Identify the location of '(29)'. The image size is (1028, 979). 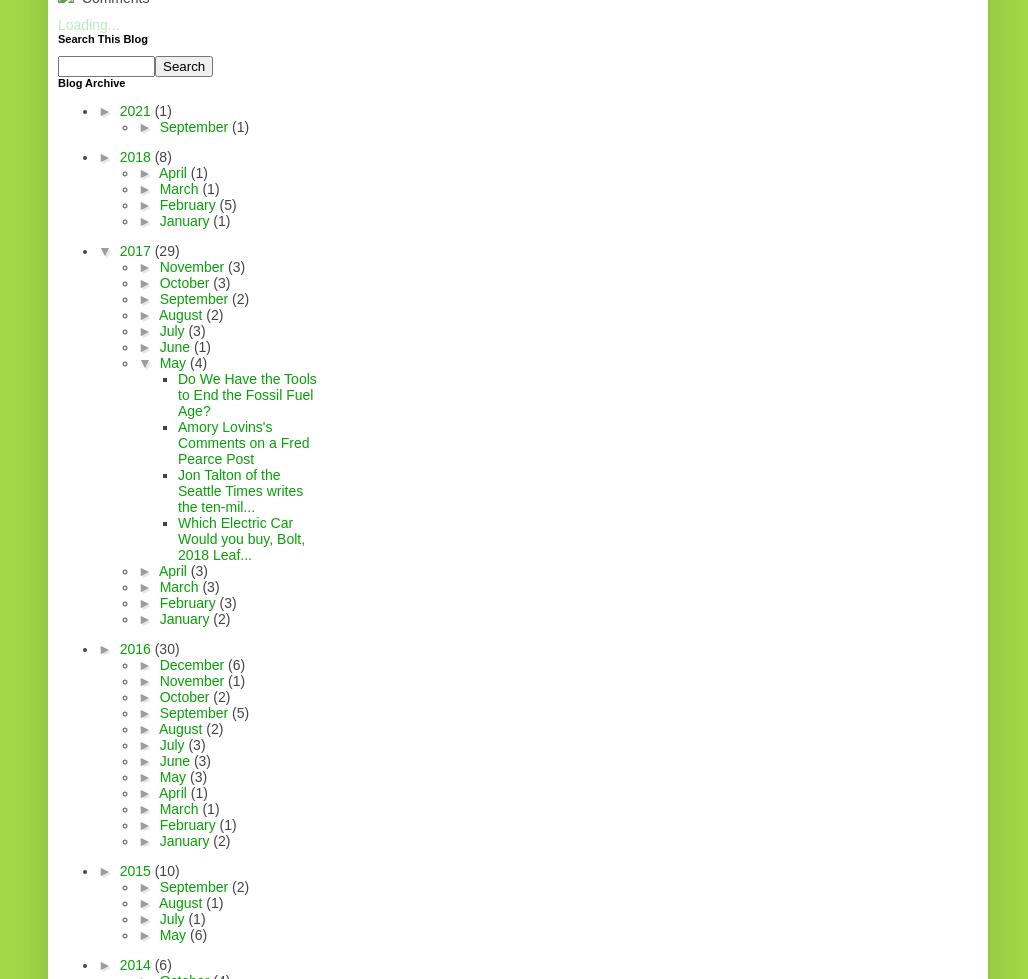
(166, 251).